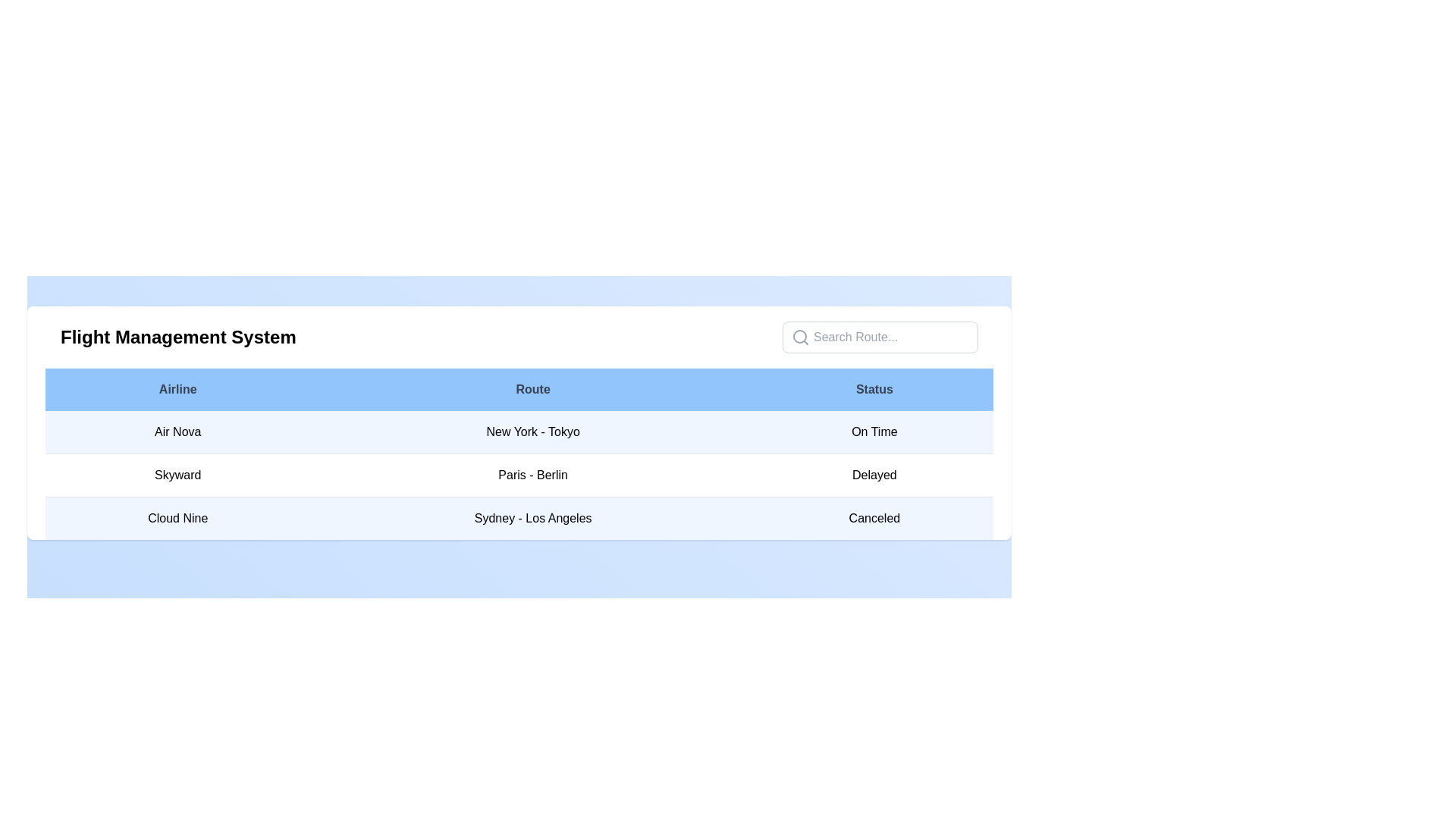 The width and height of the screenshot is (1456, 819). Describe the element at coordinates (874, 432) in the screenshot. I see `status text from the 'On Time' label located in the rightmost cell of the first row of the flight status table for 'Air Nova' and route 'New York - Tokyo'` at that location.